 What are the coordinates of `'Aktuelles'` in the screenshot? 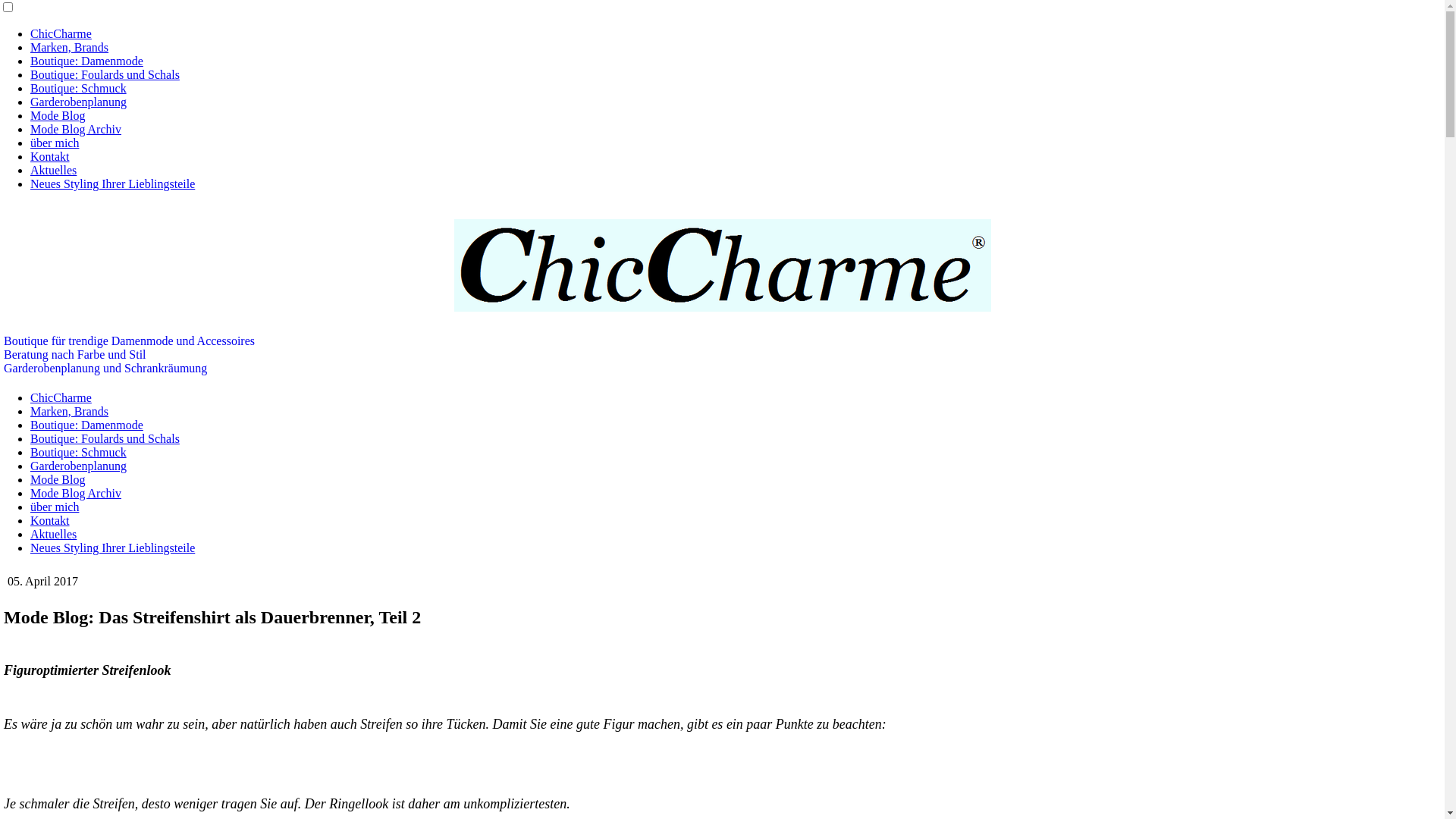 It's located at (30, 170).